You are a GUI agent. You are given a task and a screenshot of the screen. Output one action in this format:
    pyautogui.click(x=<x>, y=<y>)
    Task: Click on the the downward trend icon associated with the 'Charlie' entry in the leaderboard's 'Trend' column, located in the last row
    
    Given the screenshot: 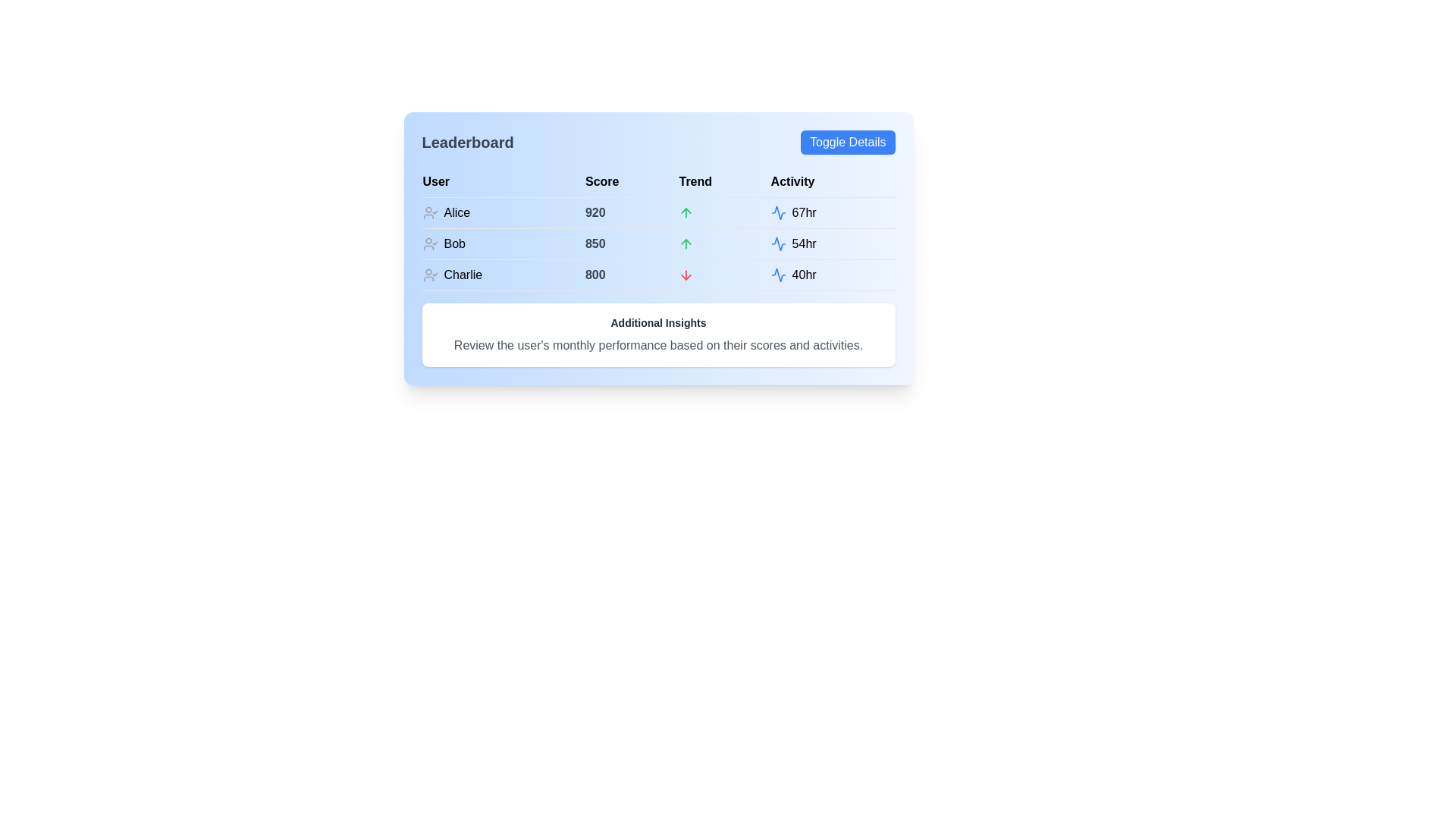 What is the action you would take?
    pyautogui.click(x=686, y=275)
    